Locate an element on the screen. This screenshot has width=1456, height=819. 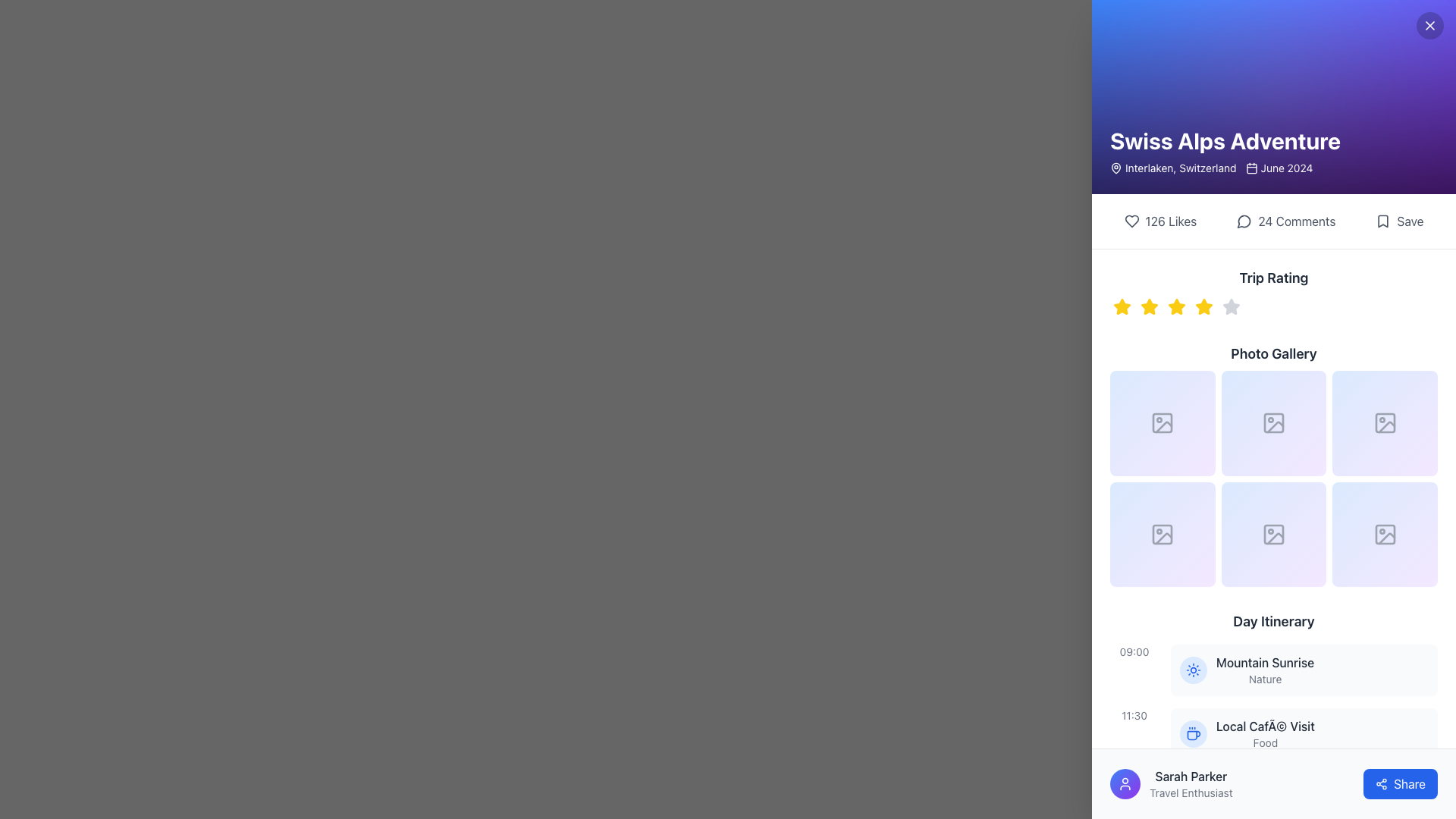
the 'Local Café Visit' itinerary entry, which features the time '11:30', a blue coffee cup icon, and is positioned between 'Mountain Sunrise' and 'Historical Tour' is located at coordinates (1274, 733).